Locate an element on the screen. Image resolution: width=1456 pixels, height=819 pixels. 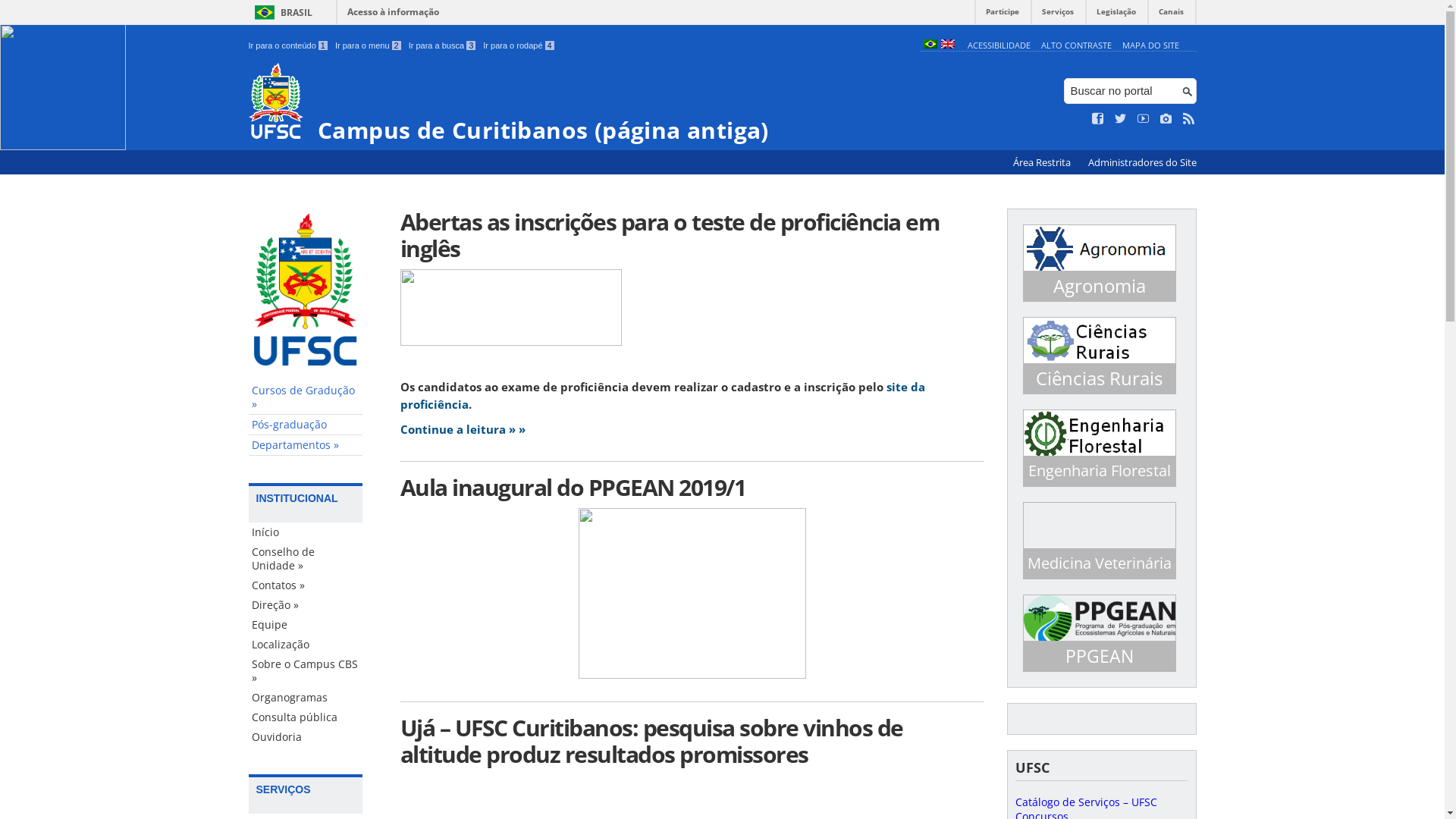
'Equipe' is located at coordinates (305, 625).